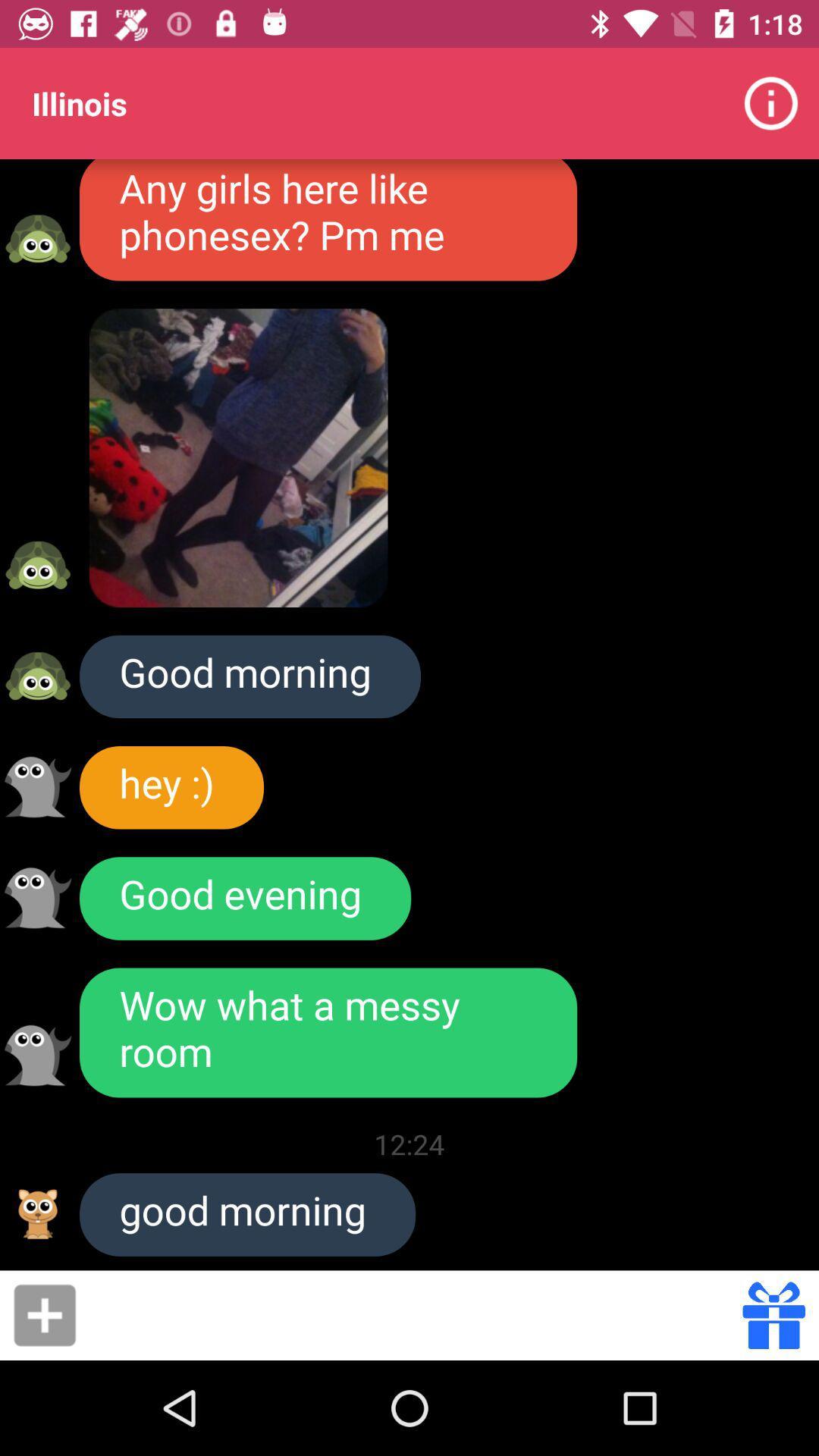 This screenshot has width=819, height=1456. I want to click on item below hey :), so click(244, 899).